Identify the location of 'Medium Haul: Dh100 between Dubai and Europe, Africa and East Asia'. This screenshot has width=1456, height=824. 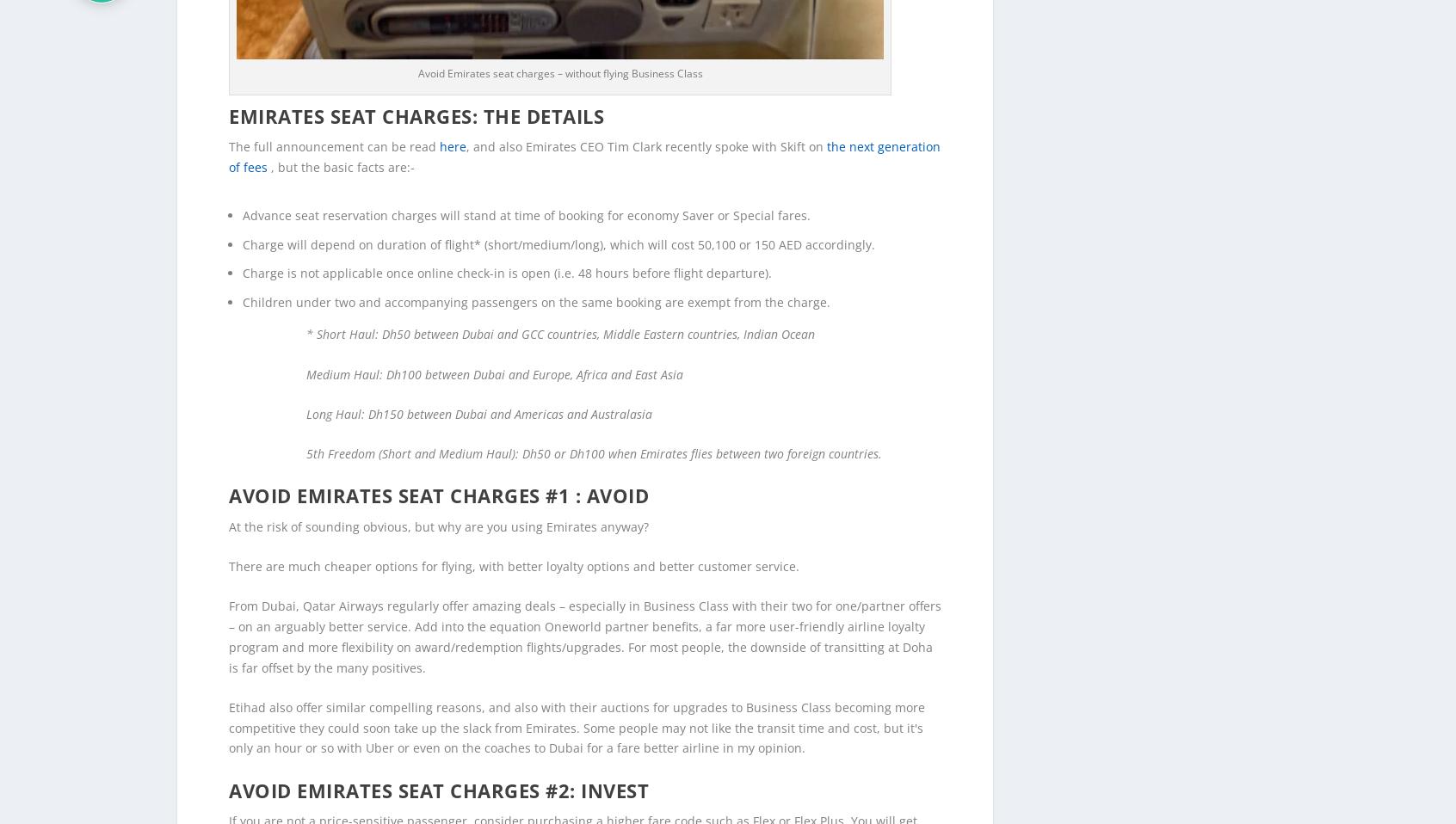
(493, 346).